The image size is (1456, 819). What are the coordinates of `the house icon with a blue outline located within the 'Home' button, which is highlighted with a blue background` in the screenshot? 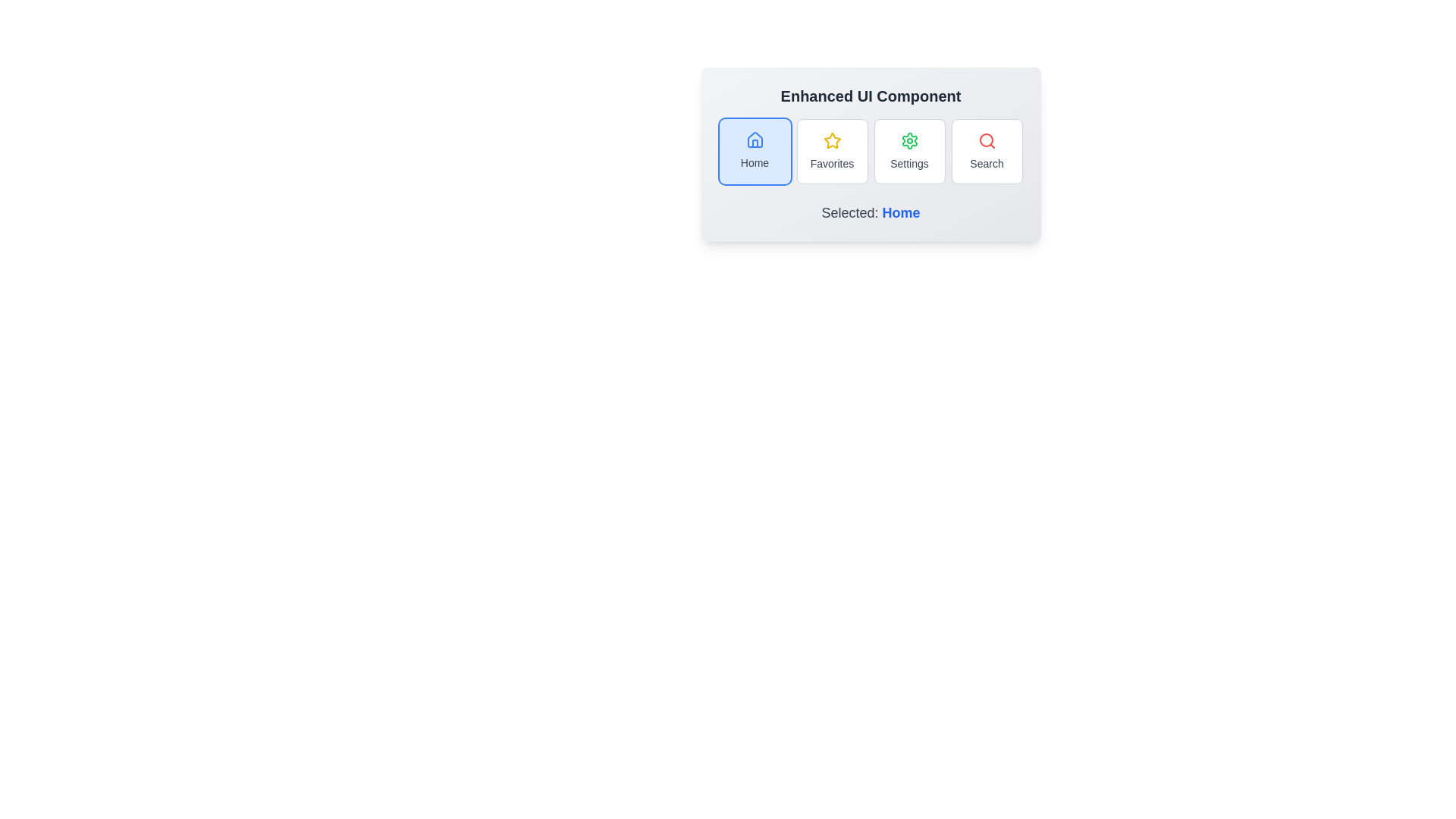 It's located at (755, 140).